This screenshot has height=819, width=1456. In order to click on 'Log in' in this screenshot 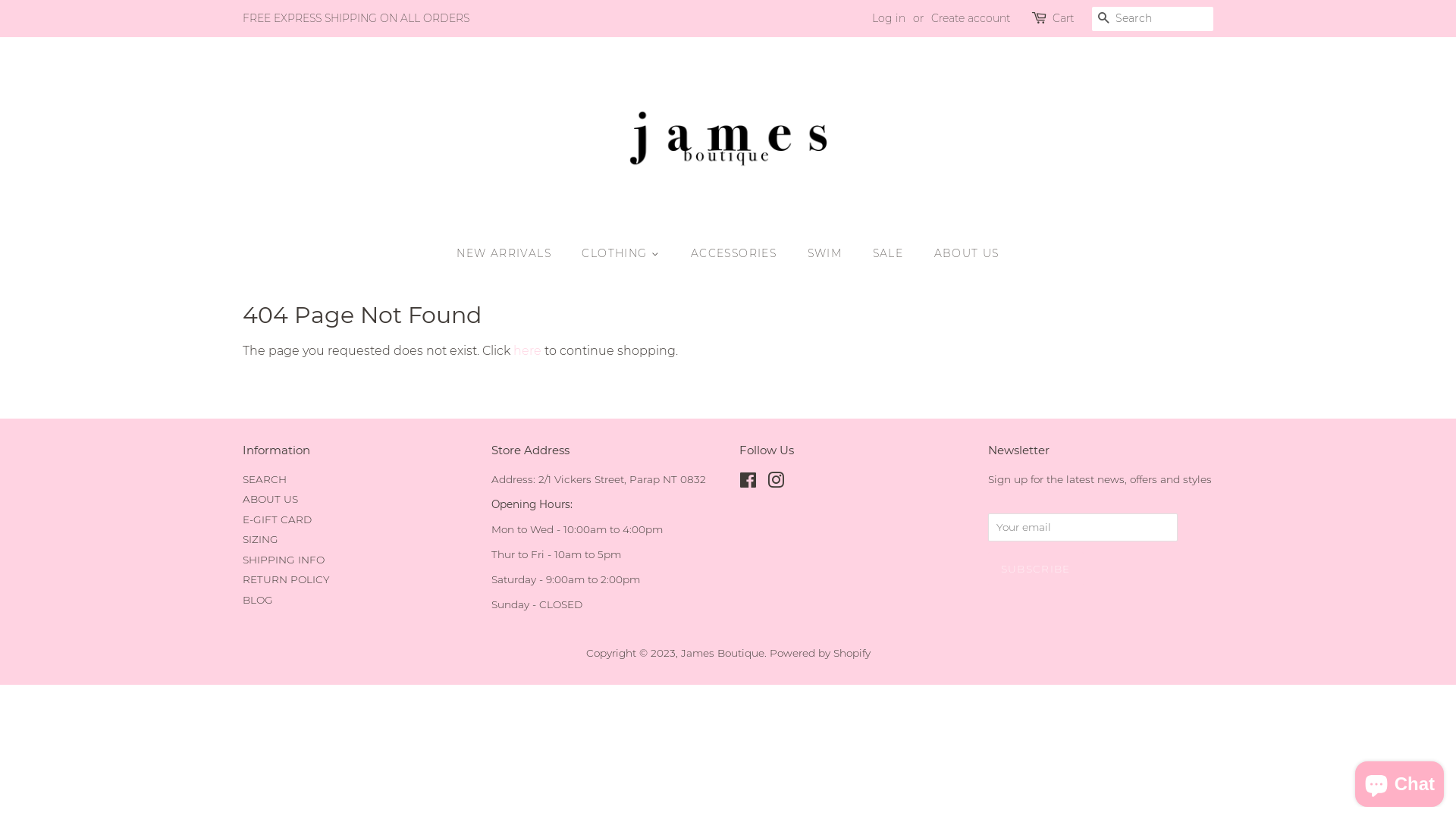, I will do `click(872, 17)`.